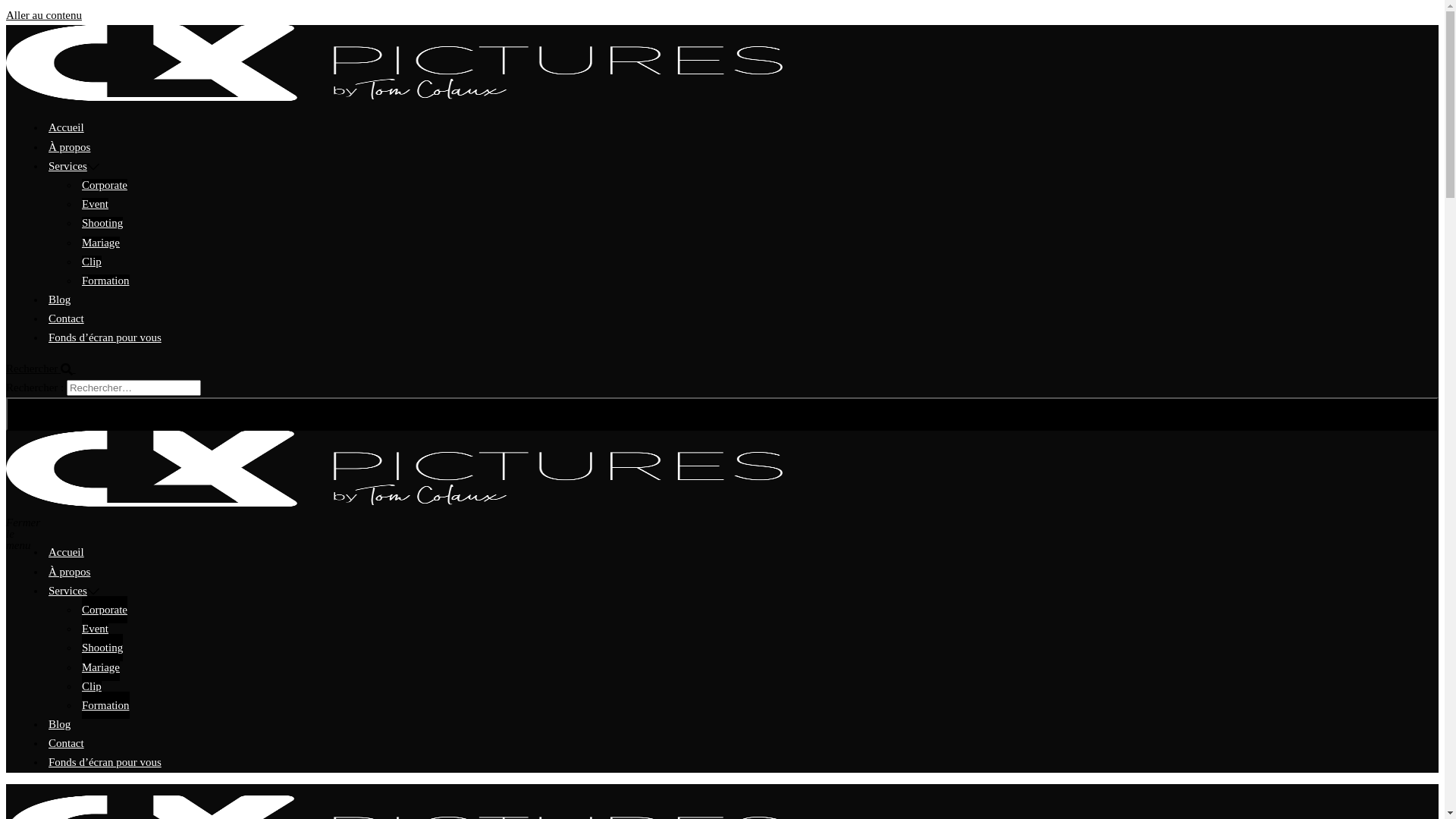 The height and width of the screenshot is (819, 1456). Describe the element at coordinates (43, 14) in the screenshot. I see `'Aller au contenu'` at that location.